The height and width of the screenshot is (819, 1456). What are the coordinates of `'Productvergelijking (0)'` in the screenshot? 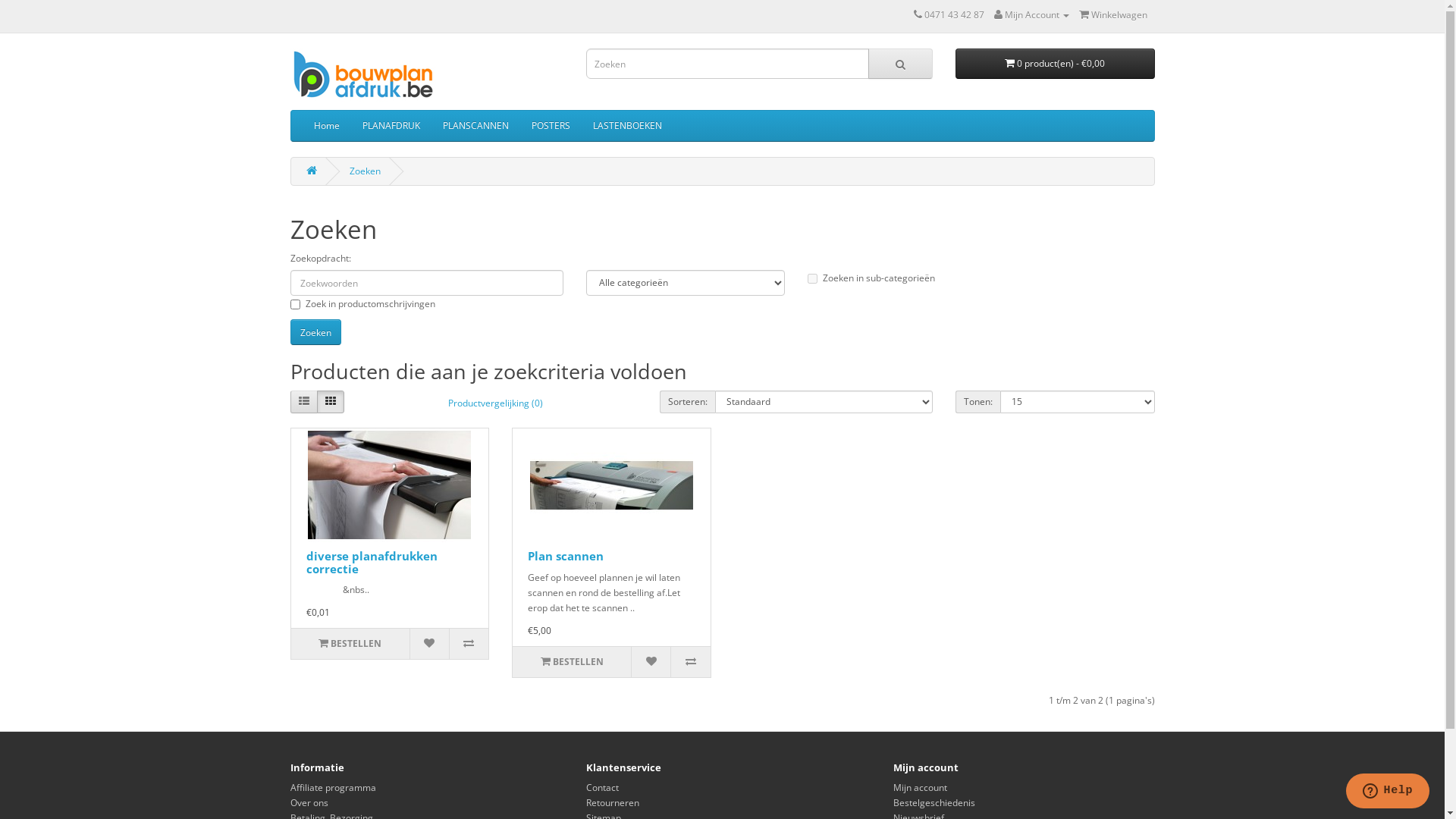 It's located at (495, 403).